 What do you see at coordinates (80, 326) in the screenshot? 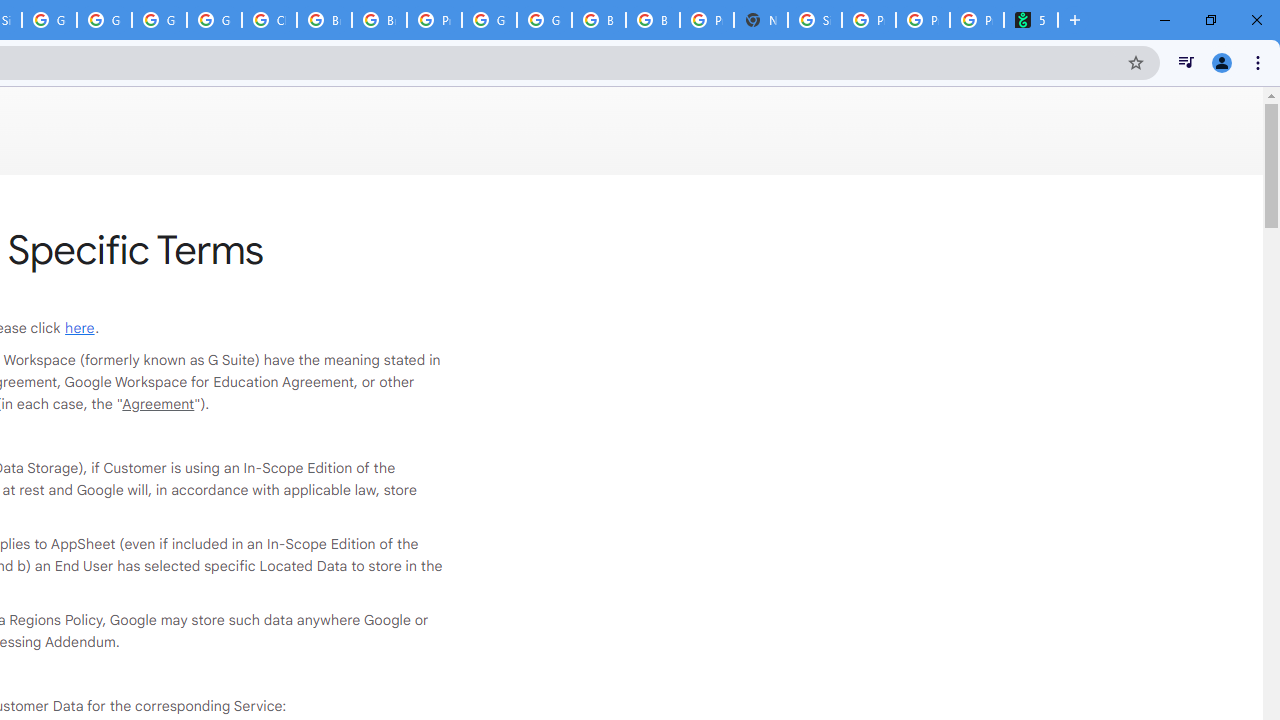
I see `'here'` at bounding box center [80, 326].